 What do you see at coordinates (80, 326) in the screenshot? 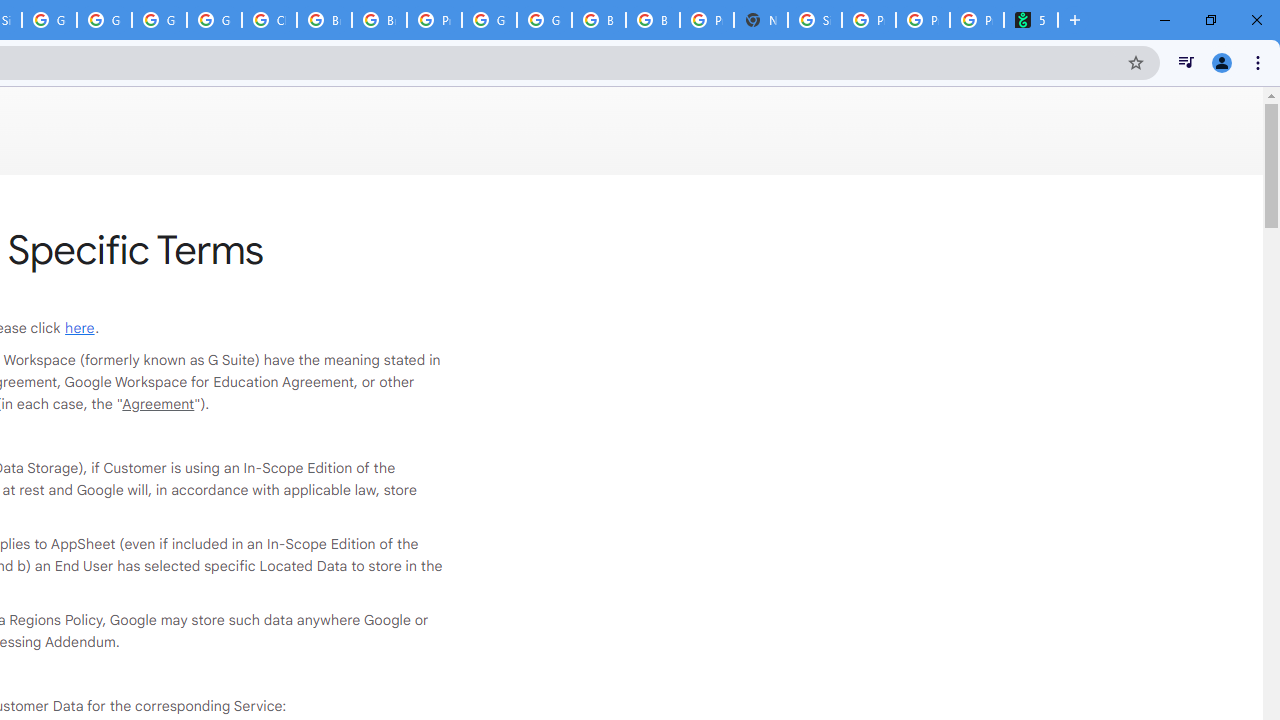
I see `'here'` at bounding box center [80, 326].